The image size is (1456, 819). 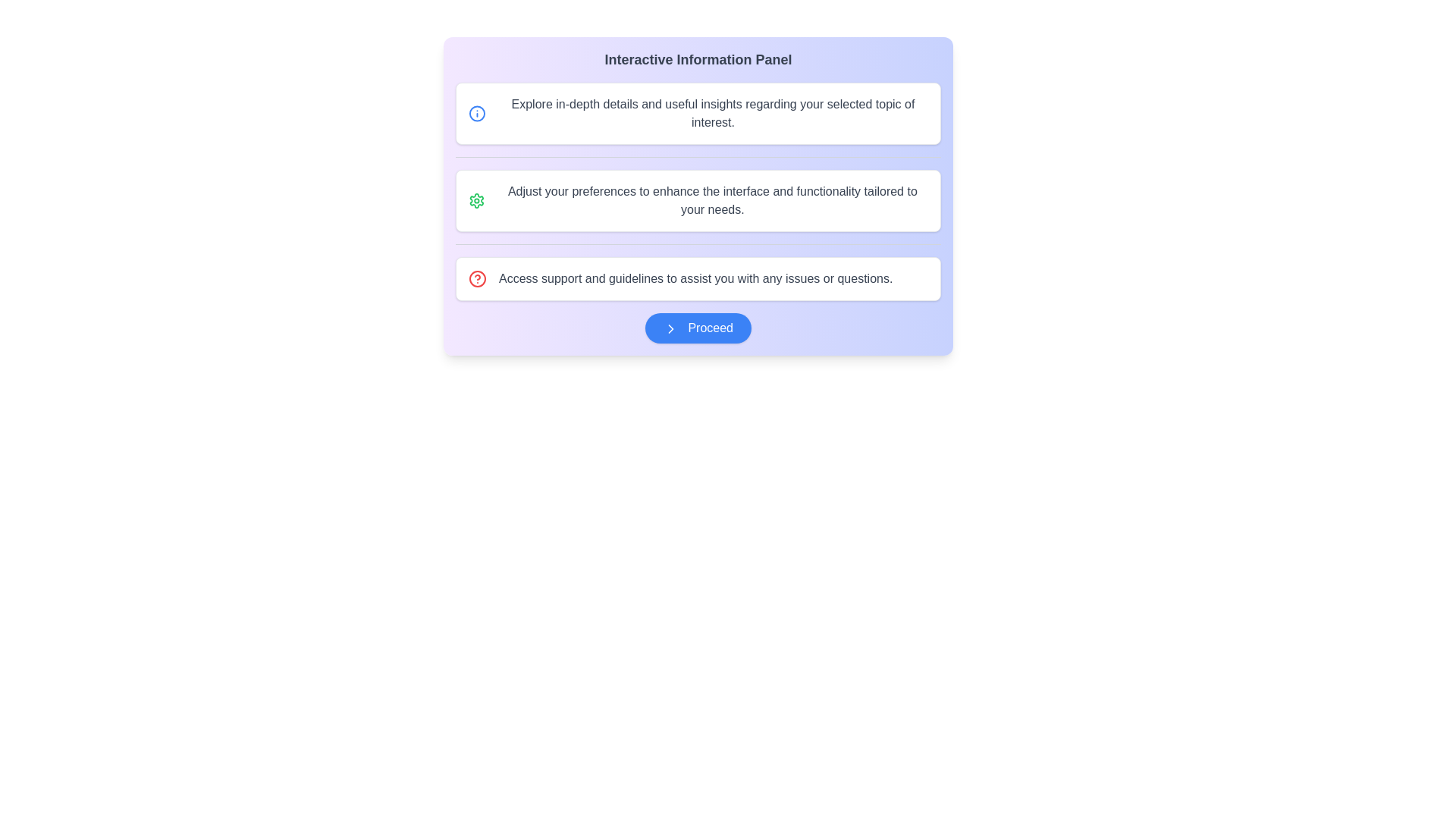 I want to click on the informative text content located at the bottom of the interface, directly below the question mark icon, so click(x=695, y=278).